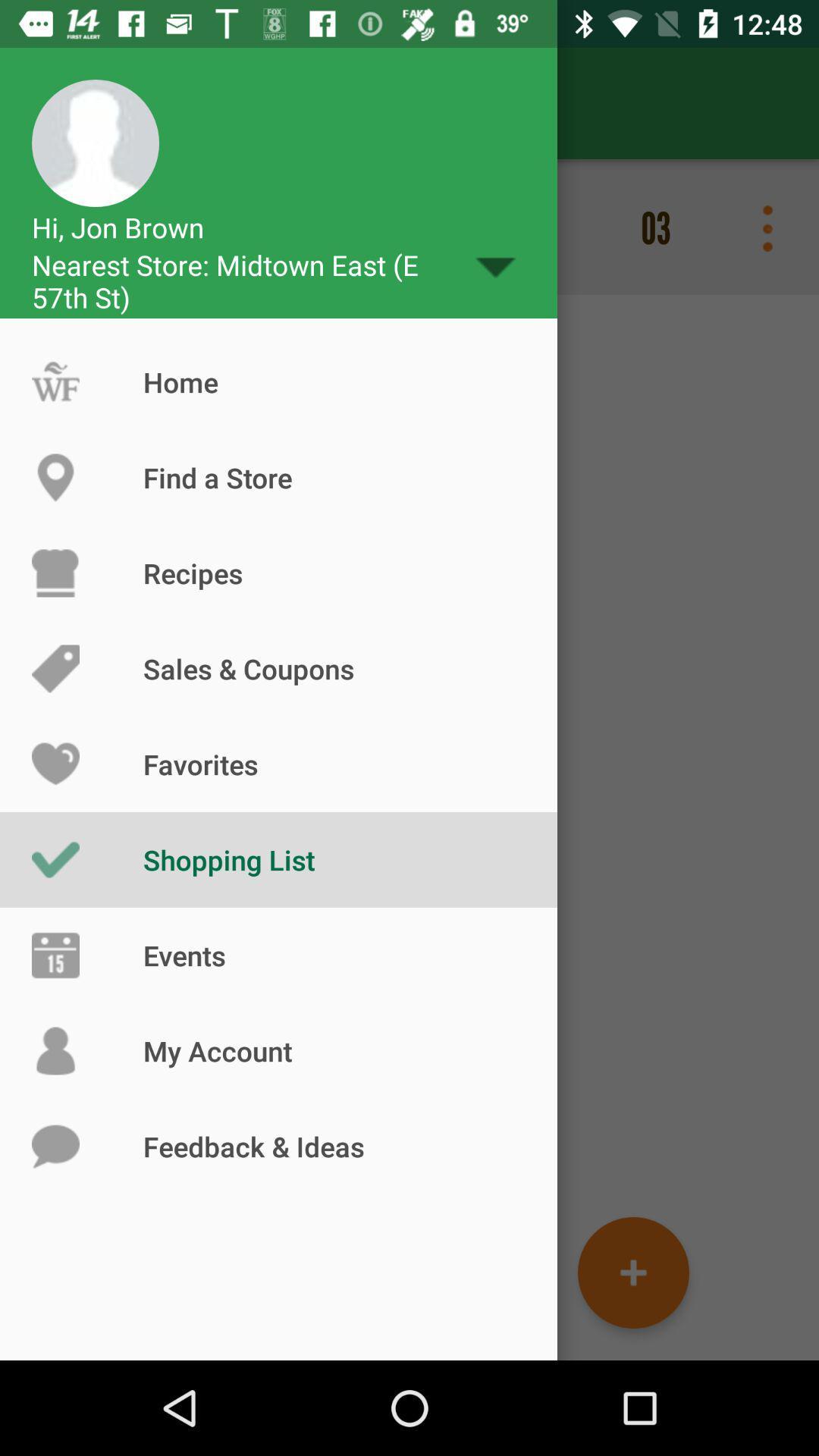  I want to click on the down arrow  beside number 03, so click(495, 268).